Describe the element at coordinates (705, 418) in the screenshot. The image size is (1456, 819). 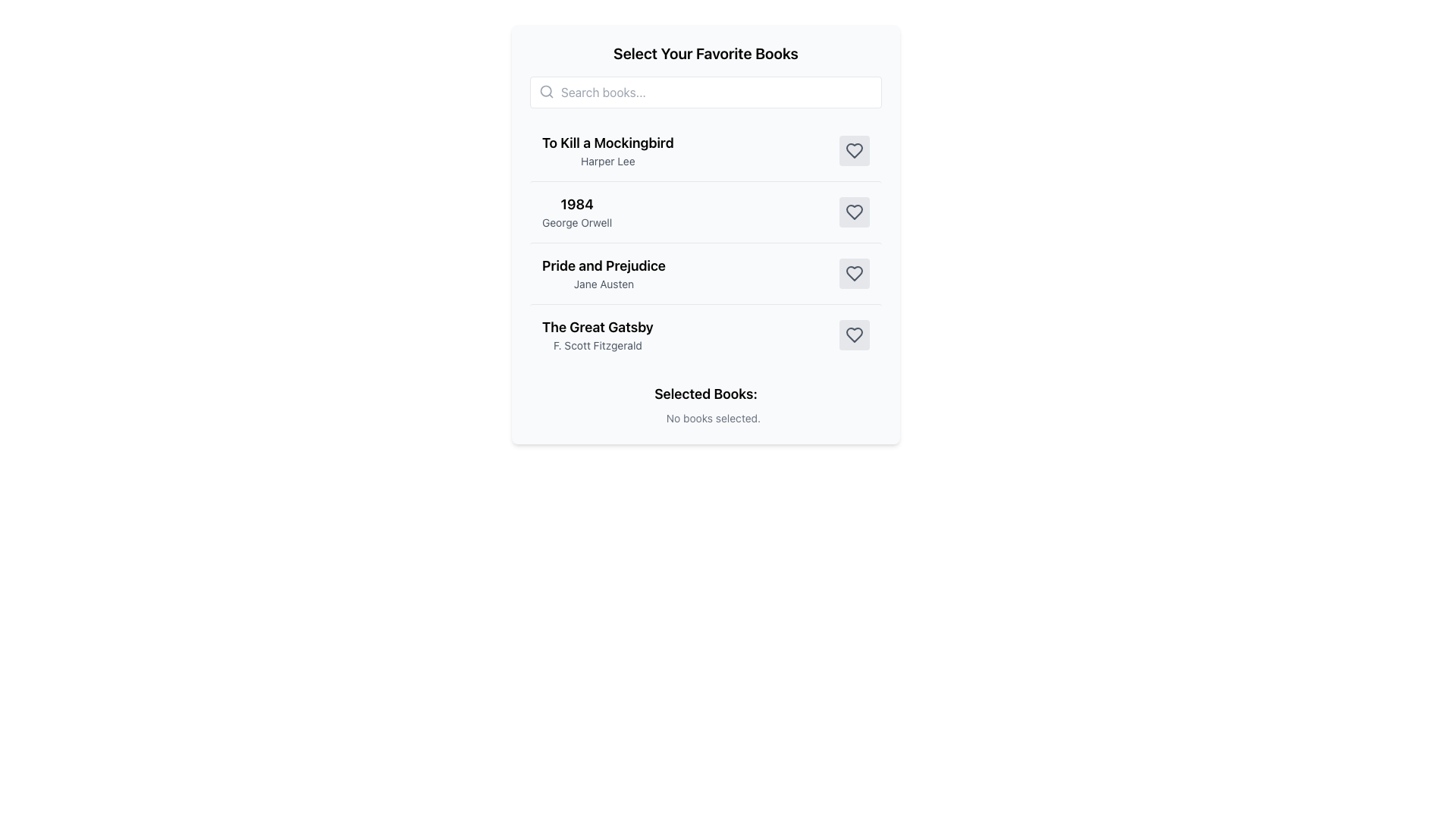
I see `the text label that displays 'No books selected.' which is located directly below the 'Selected Books:' heading` at that location.